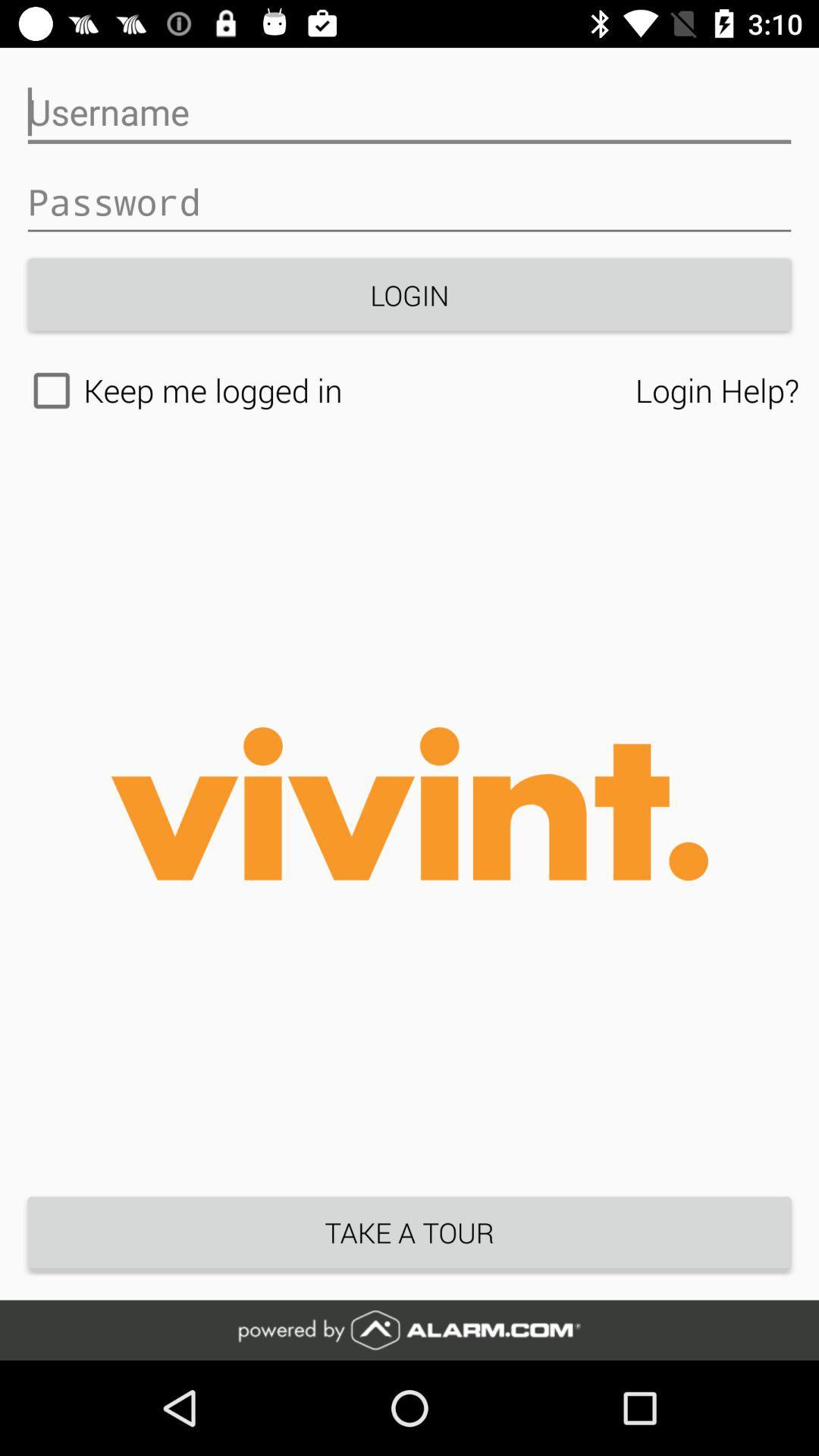 The height and width of the screenshot is (1456, 819). I want to click on the keep me logged, so click(327, 391).